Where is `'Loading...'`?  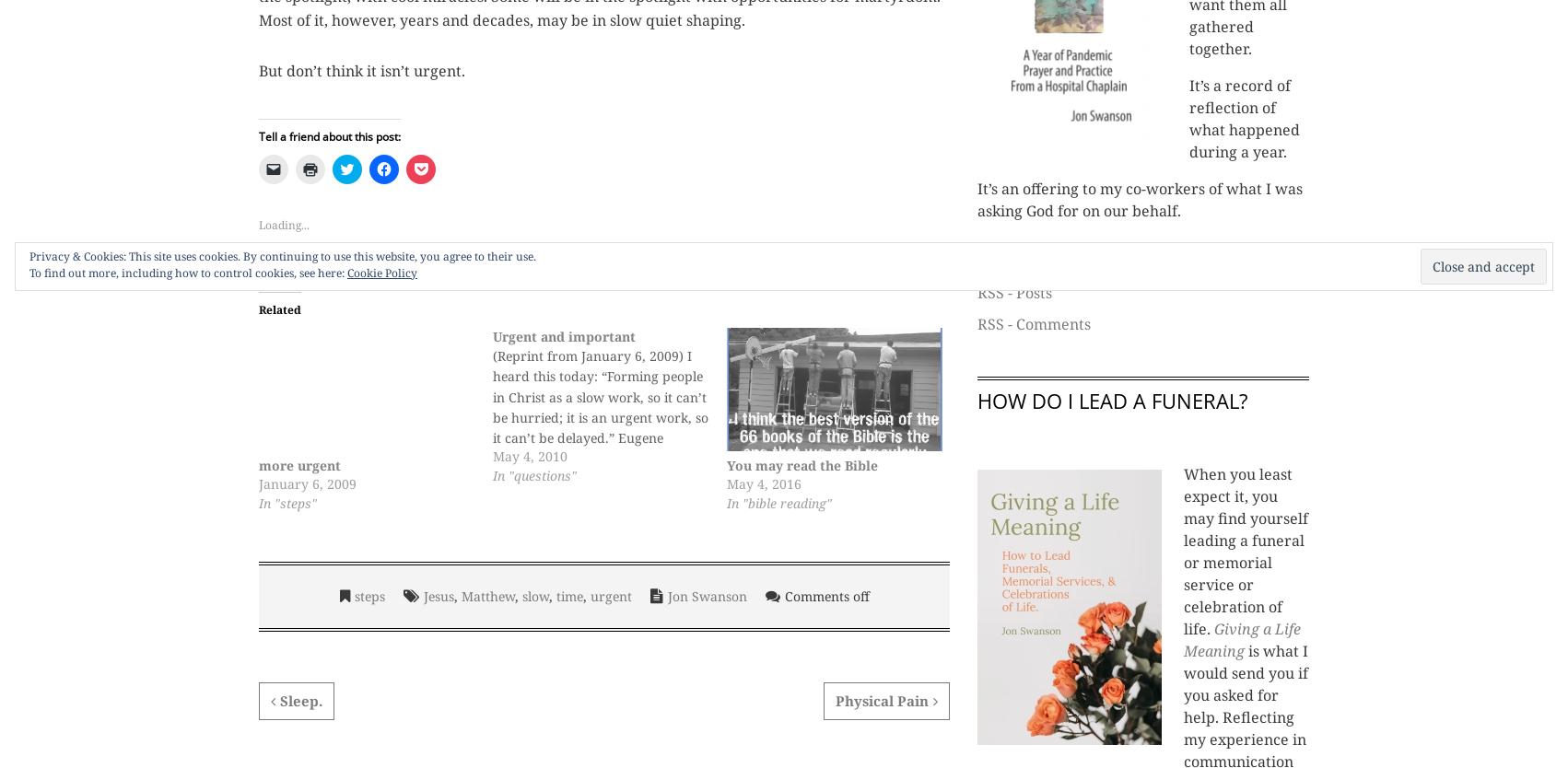 'Loading...' is located at coordinates (258, 224).